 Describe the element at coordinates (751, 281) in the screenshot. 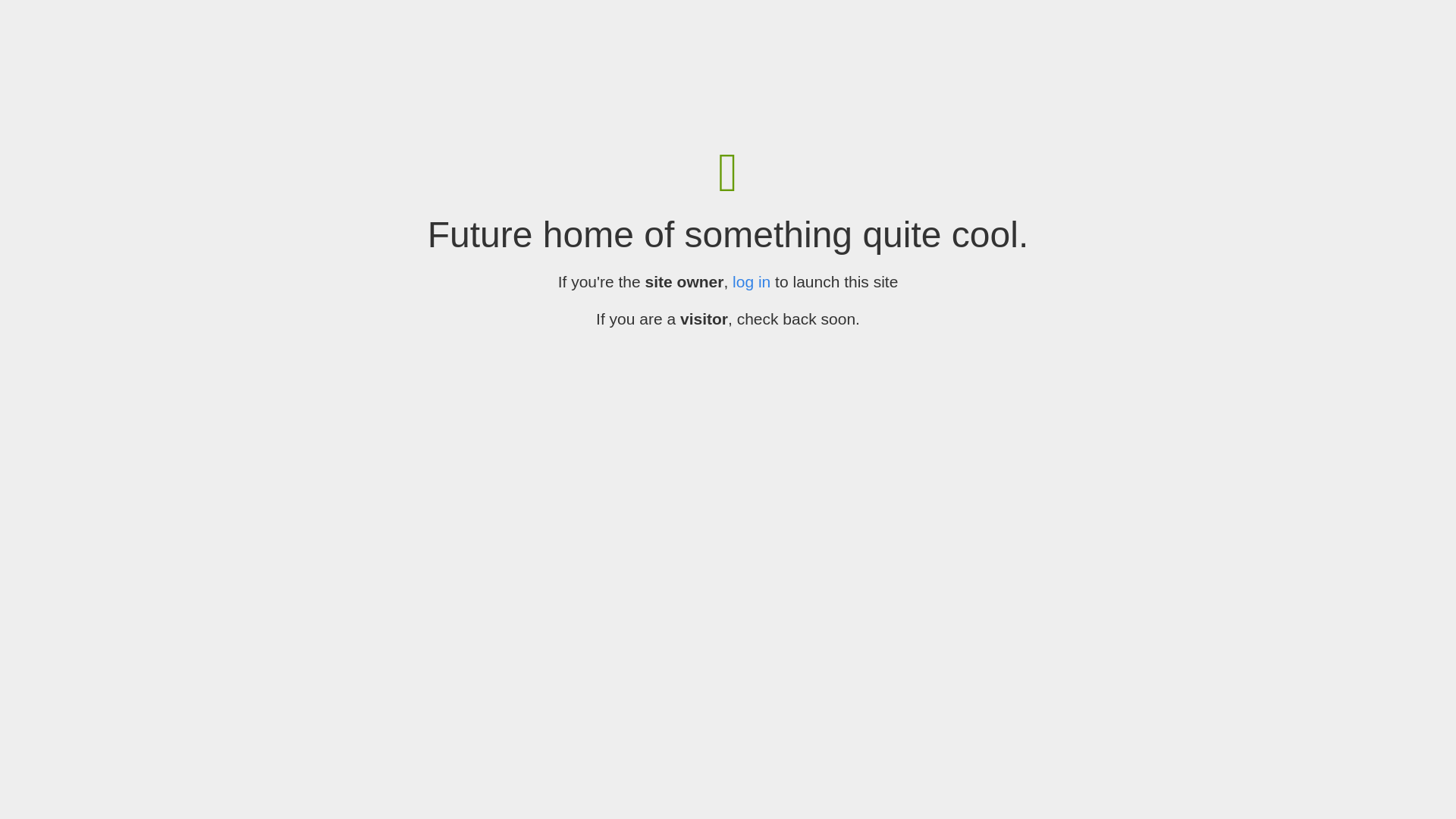

I see `'log in'` at that location.